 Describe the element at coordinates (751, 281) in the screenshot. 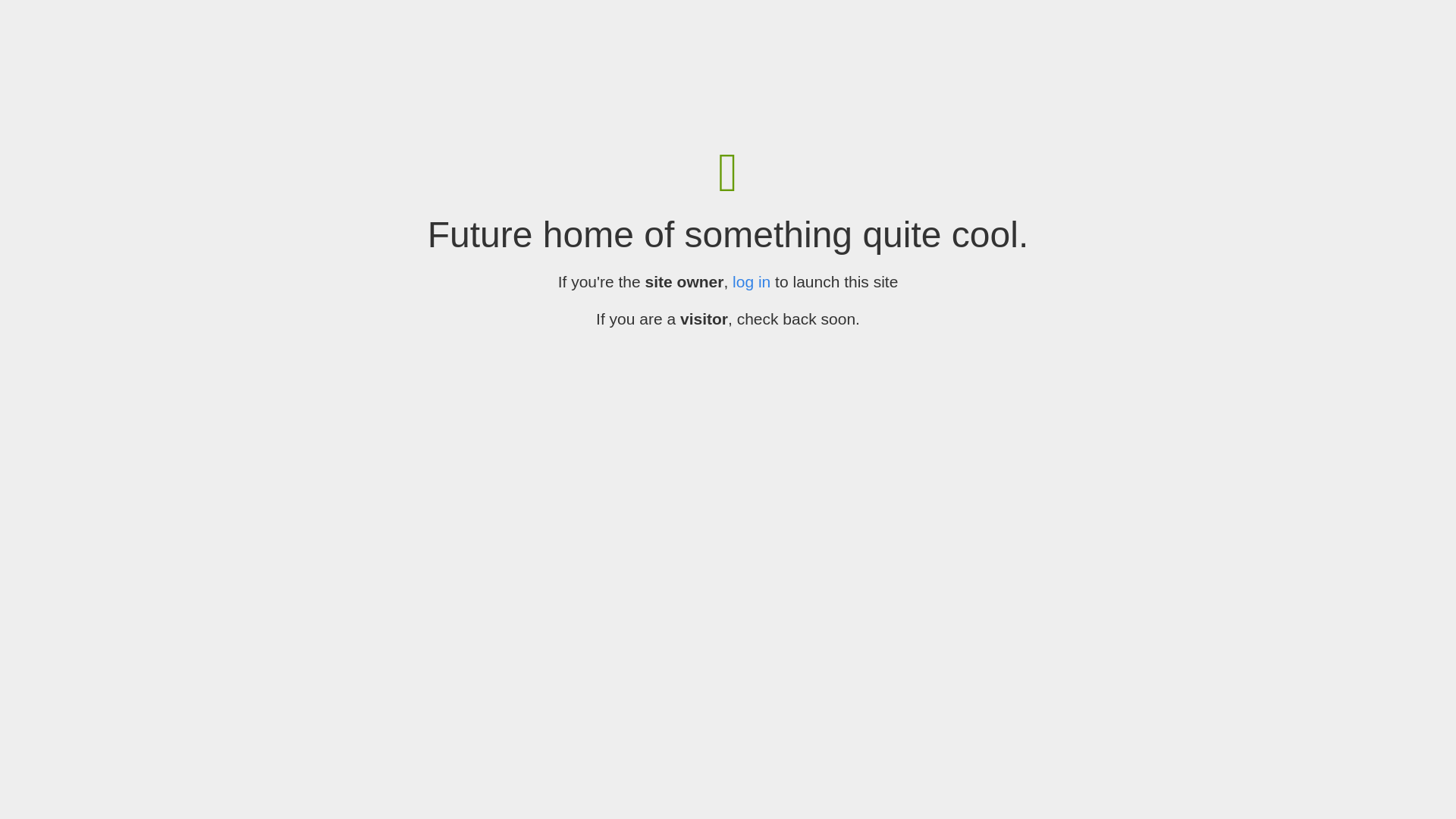

I see `'log in'` at that location.